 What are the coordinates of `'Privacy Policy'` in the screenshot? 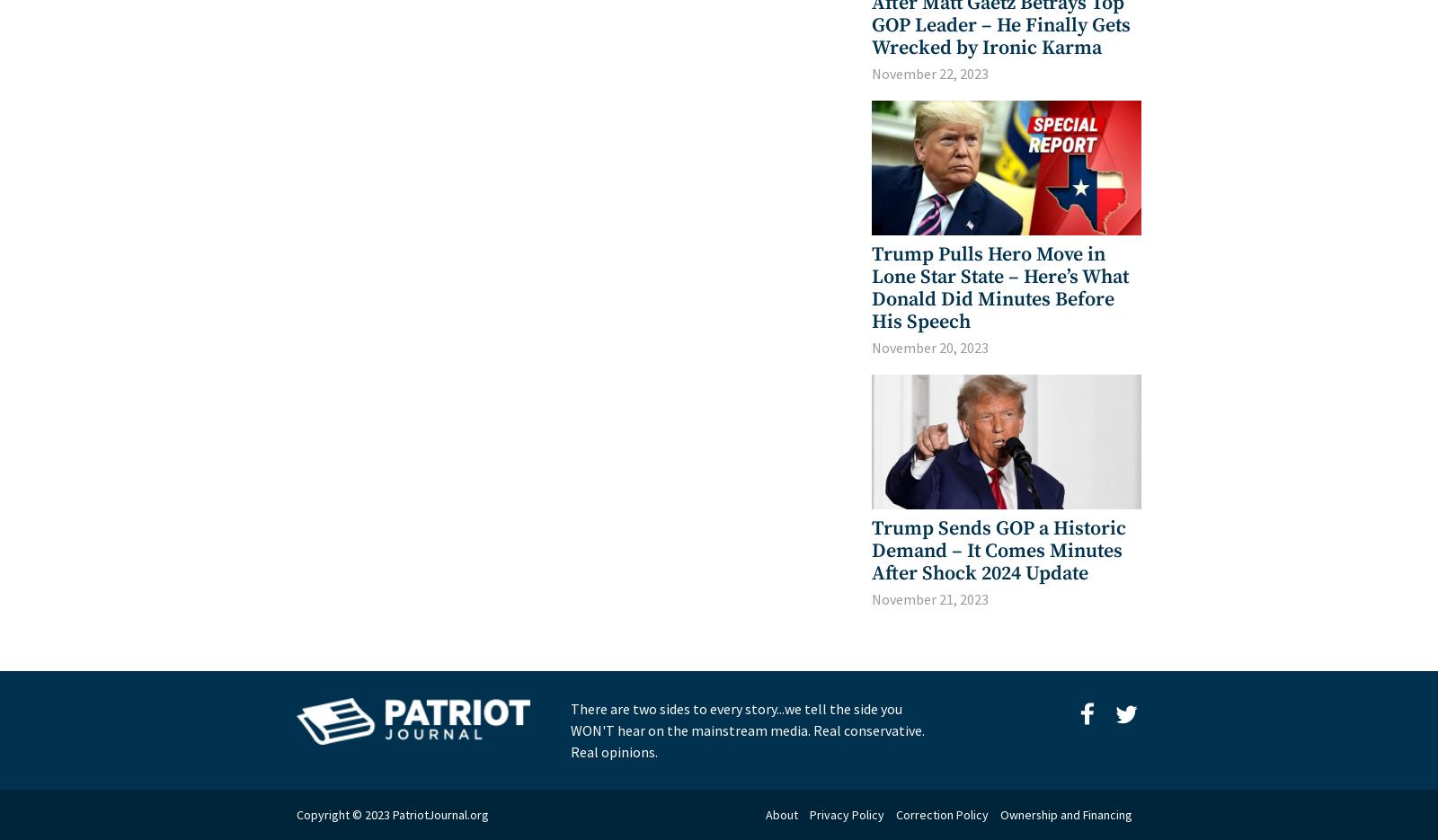 It's located at (846, 815).